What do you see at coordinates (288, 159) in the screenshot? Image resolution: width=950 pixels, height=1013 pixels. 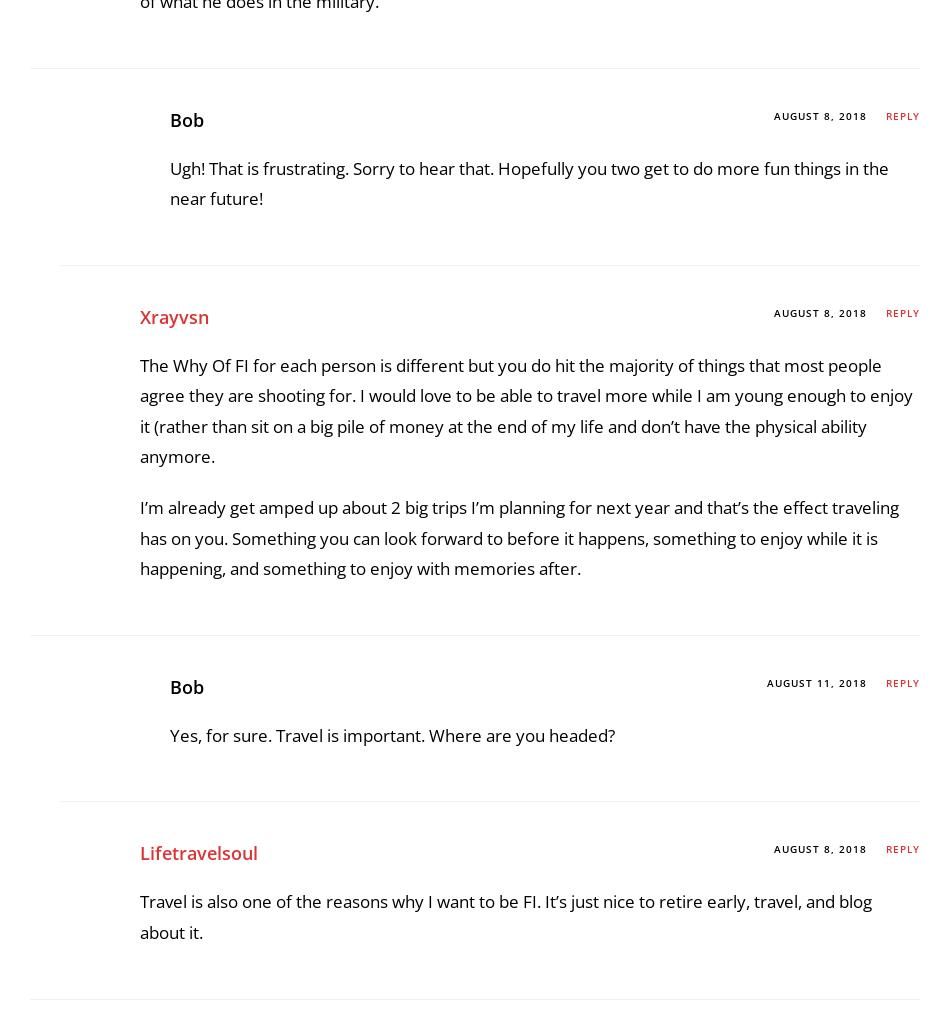 I see `'Bob Haegele'` at bounding box center [288, 159].